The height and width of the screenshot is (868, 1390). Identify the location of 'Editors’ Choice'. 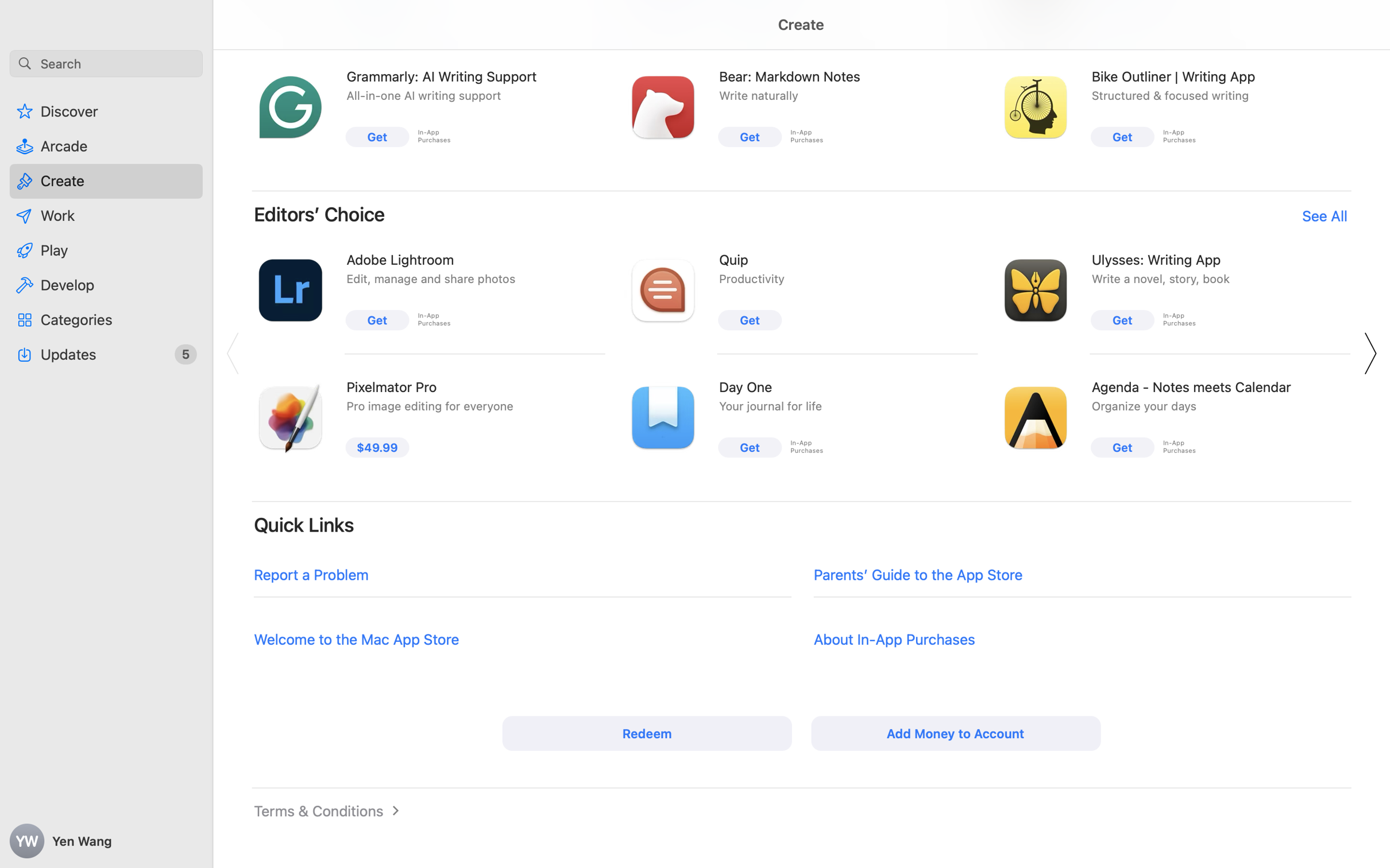
(319, 214).